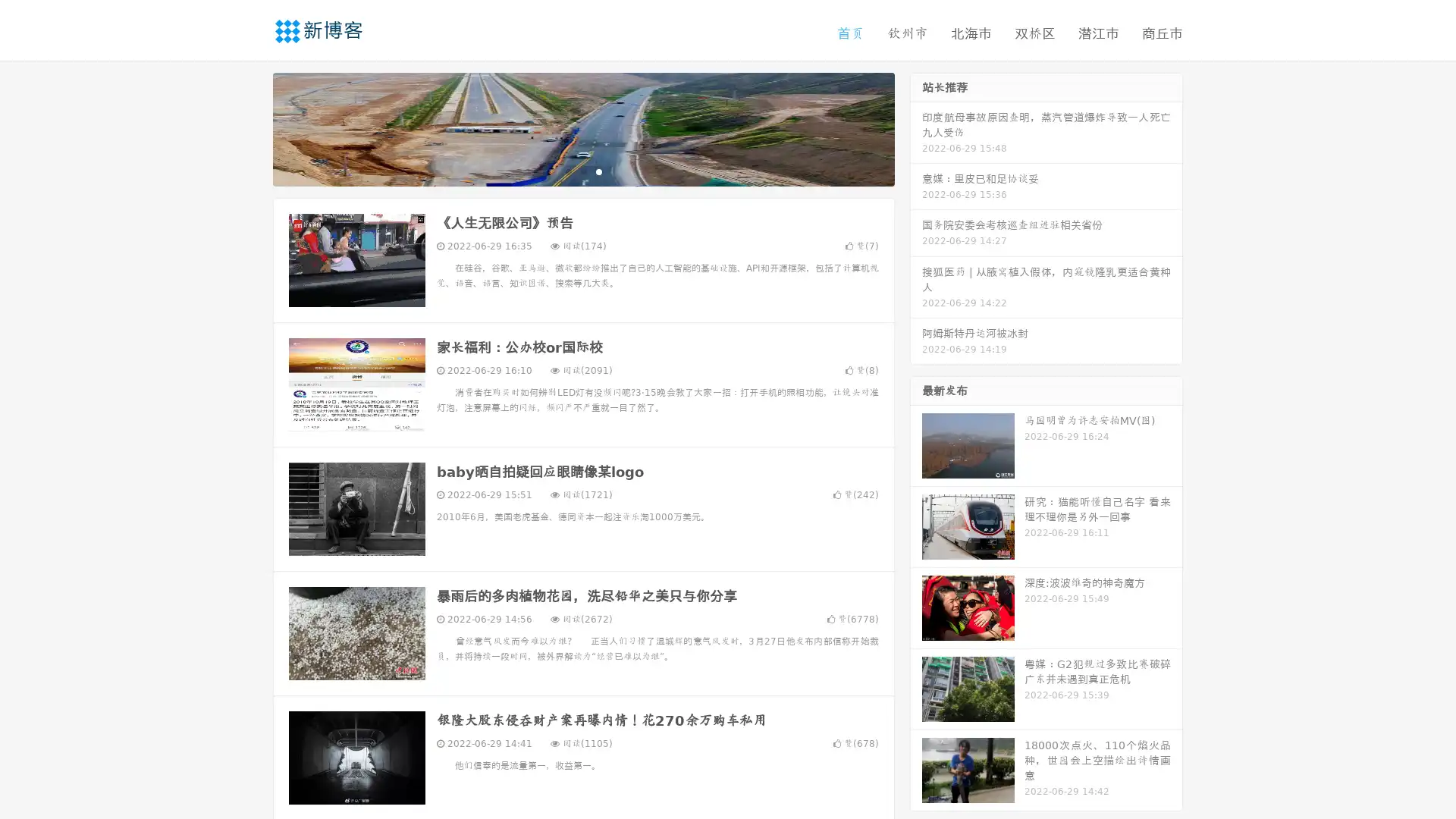 The width and height of the screenshot is (1456, 819). What do you see at coordinates (916, 127) in the screenshot?
I see `Next slide` at bounding box center [916, 127].